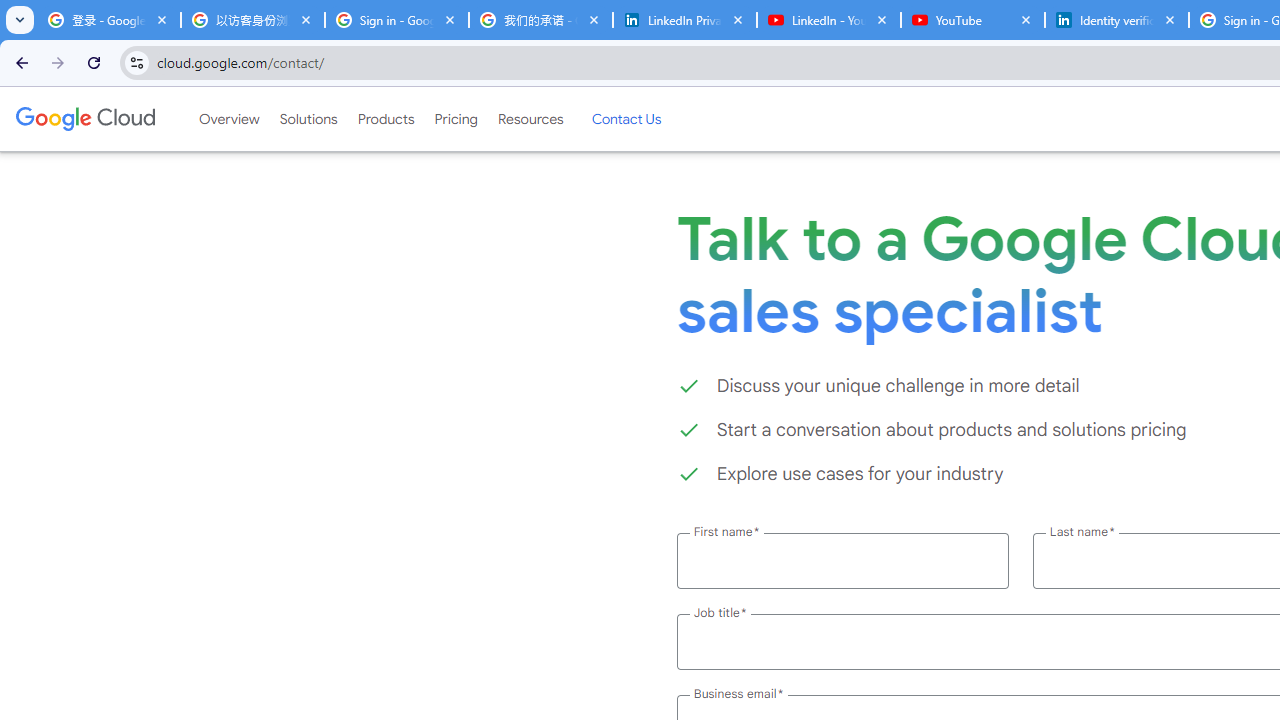  What do you see at coordinates (842, 560) in the screenshot?
I see `'First name *'` at bounding box center [842, 560].